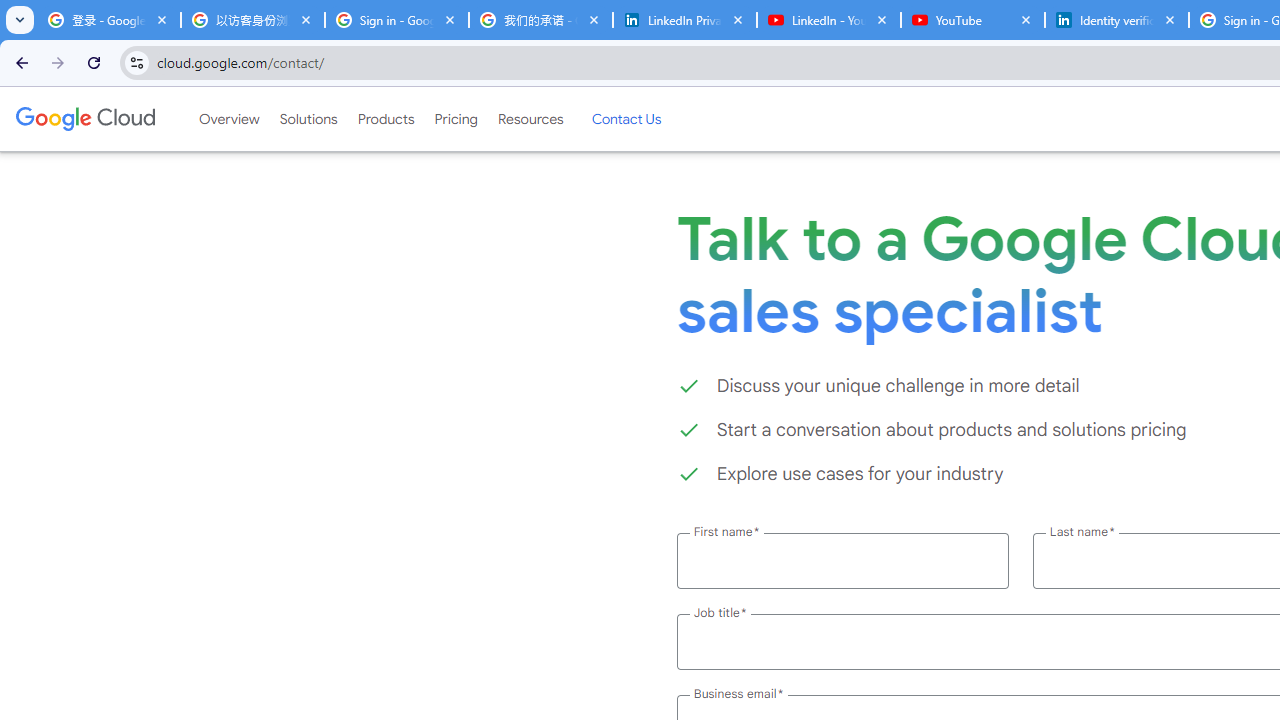  What do you see at coordinates (842, 560) in the screenshot?
I see `'First name *'` at bounding box center [842, 560].